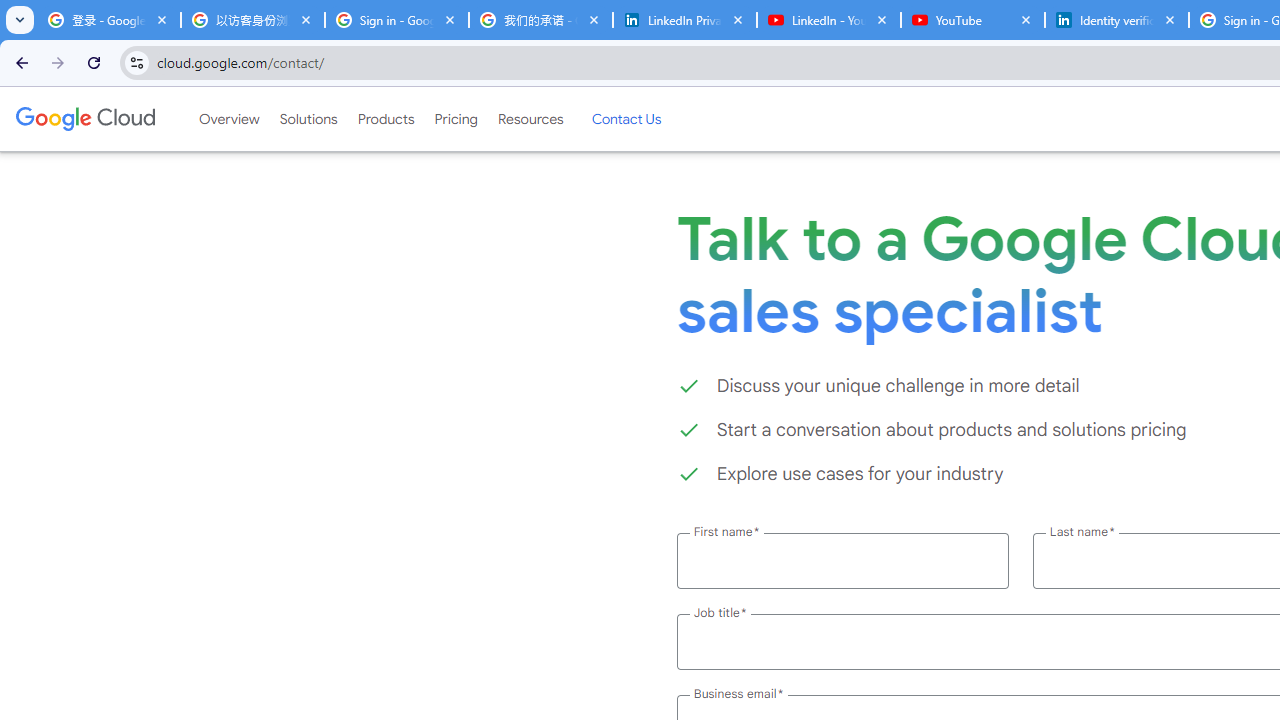  What do you see at coordinates (842, 560) in the screenshot?
I see `'First name *'` at bounding box center [842, 560].